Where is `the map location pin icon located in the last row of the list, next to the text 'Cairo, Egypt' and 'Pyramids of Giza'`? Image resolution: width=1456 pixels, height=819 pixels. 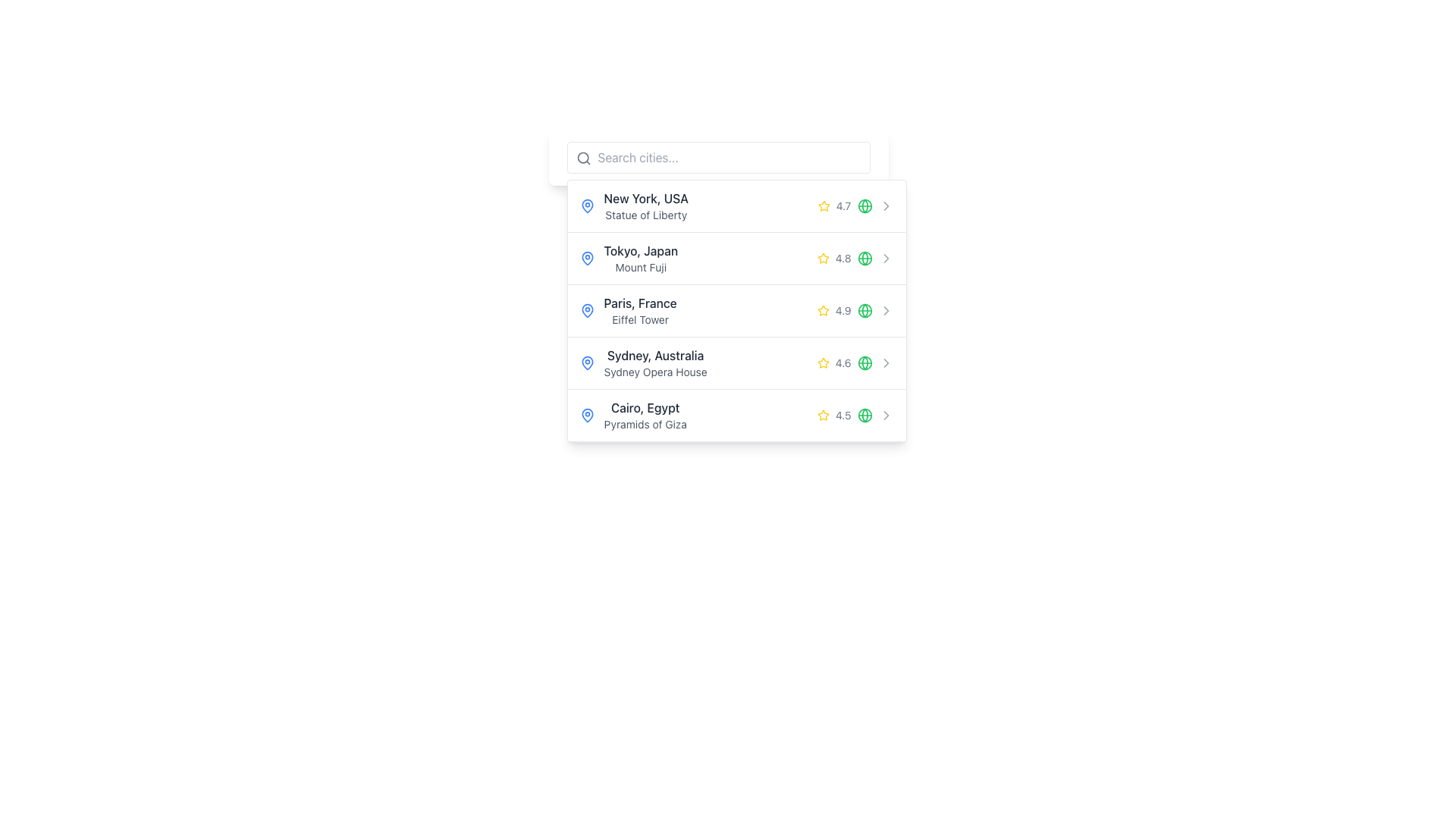 the map location pin icon located in the last row of the list, next to the text 'Cairo, Egypt' and 'Pyramids of Giza' is located at coordinates (586, 415).